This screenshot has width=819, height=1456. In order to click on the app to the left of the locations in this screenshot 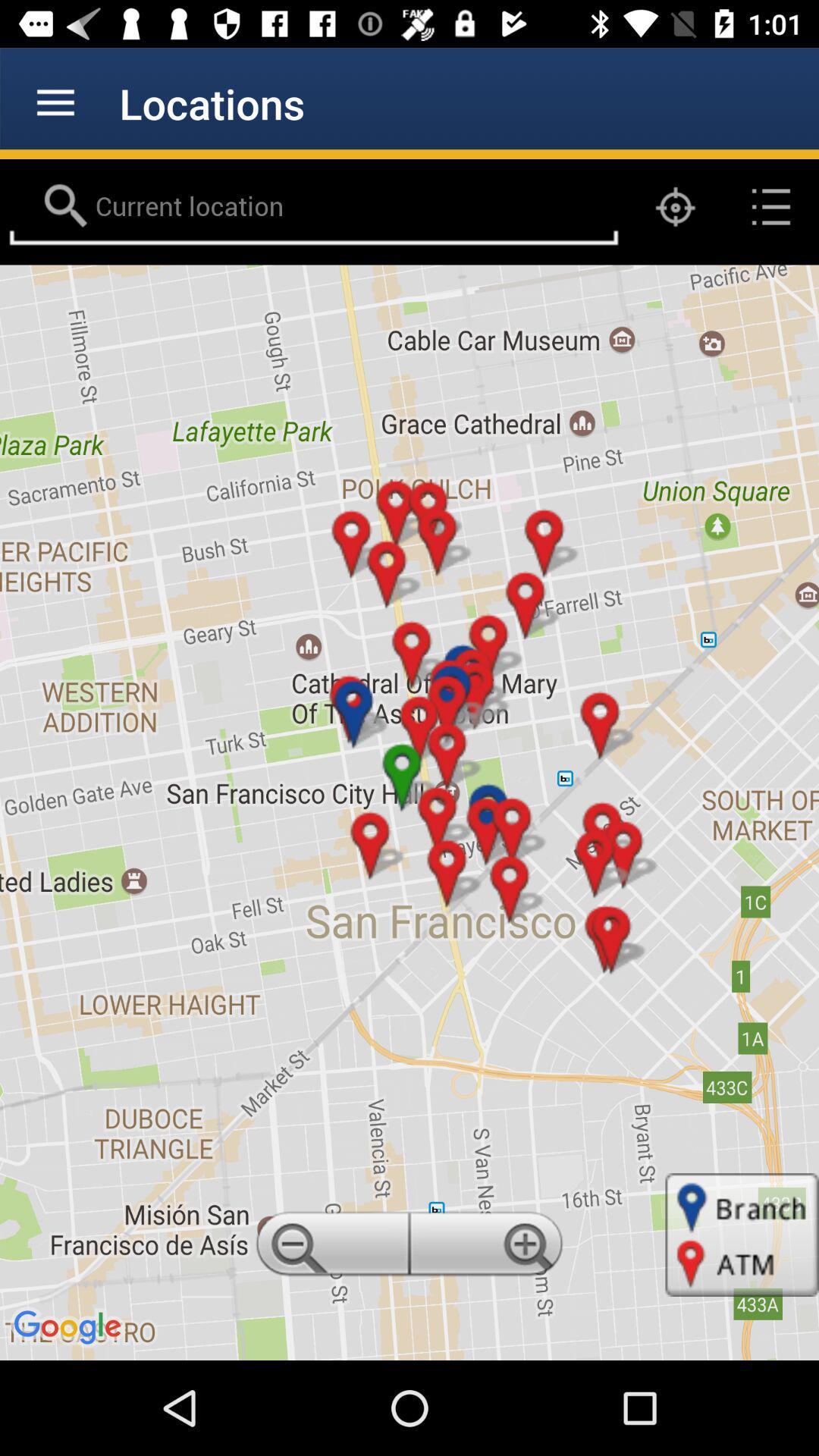, I will do `click(55, 102)`.